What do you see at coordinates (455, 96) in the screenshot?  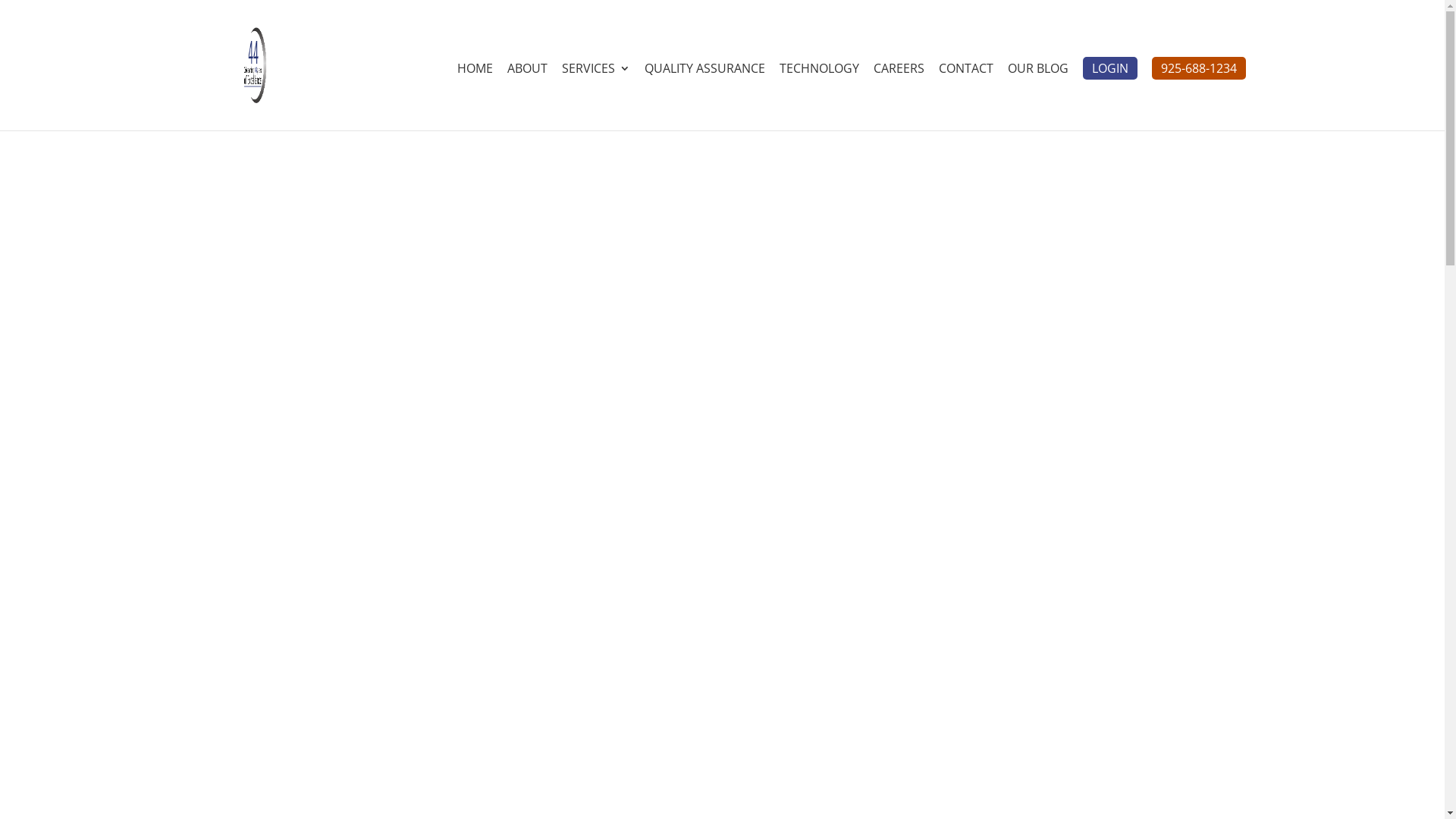 I see `'HOME'` at bounding box center [455, 96].